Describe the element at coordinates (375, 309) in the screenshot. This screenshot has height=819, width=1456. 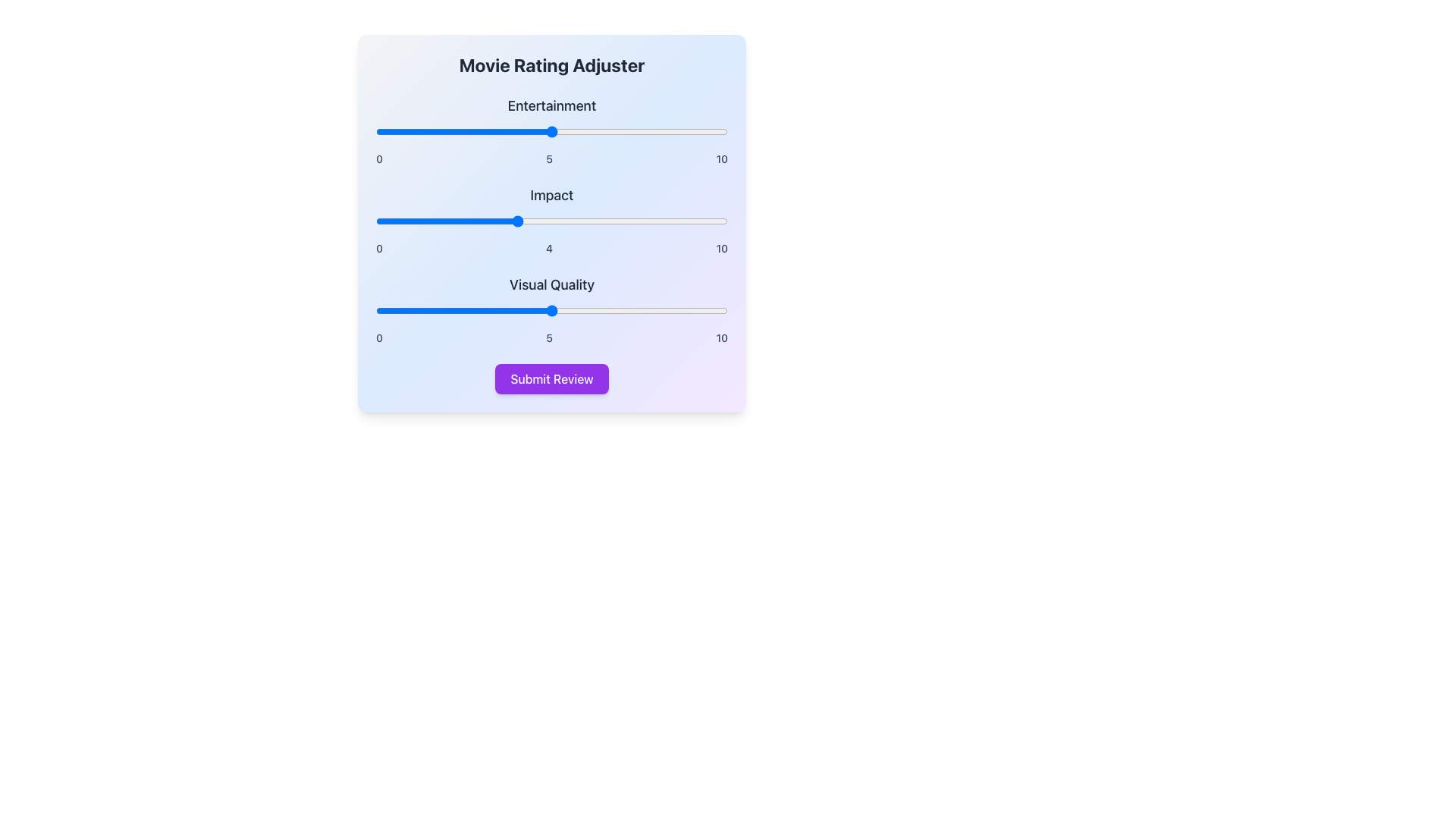
I see `Visual Quality` at that location.